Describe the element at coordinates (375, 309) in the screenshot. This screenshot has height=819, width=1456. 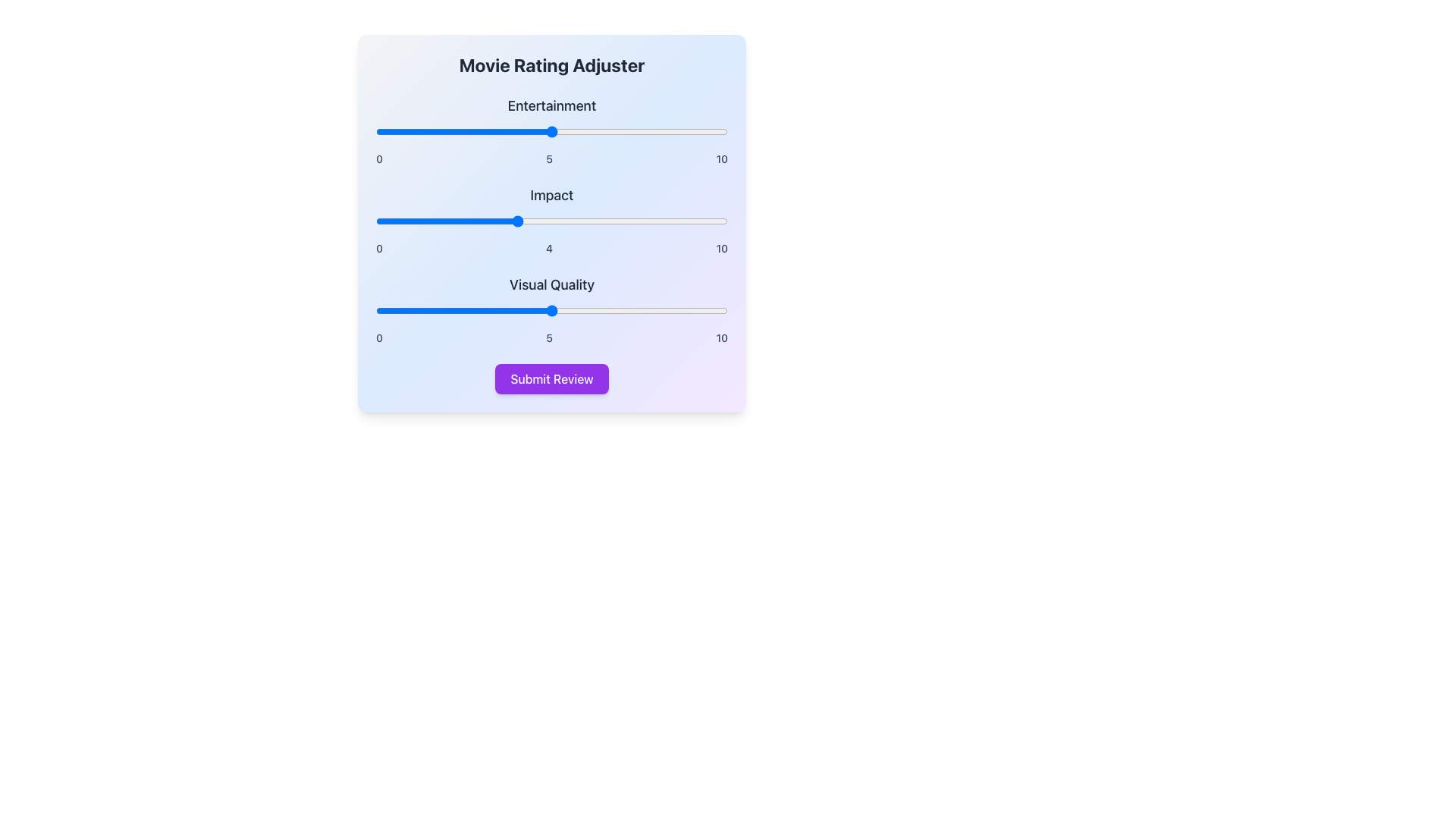
I see `Visual Quality` at that location.